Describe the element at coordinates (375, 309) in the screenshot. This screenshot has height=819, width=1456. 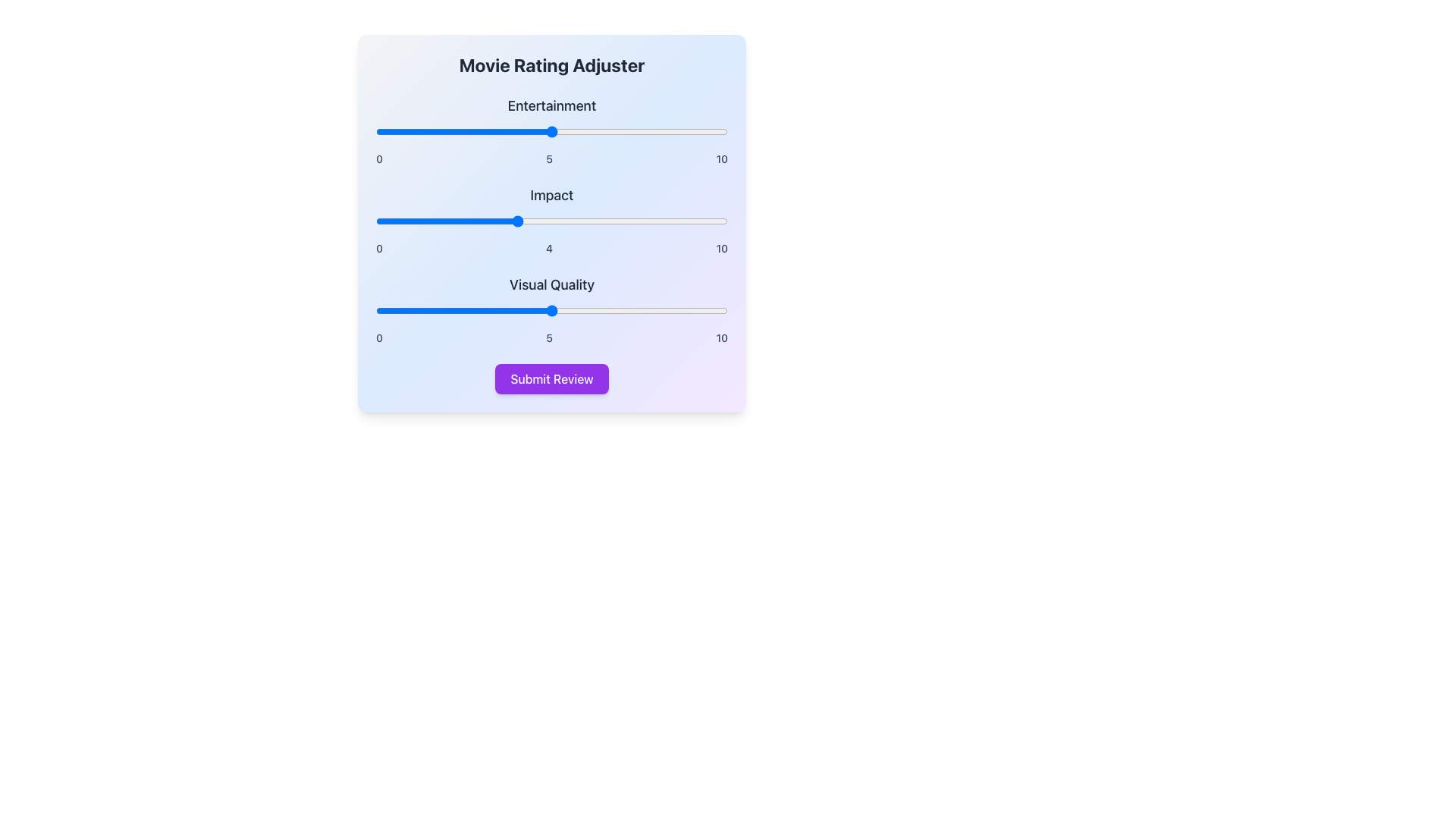
I see `Visual Quality` at that location.